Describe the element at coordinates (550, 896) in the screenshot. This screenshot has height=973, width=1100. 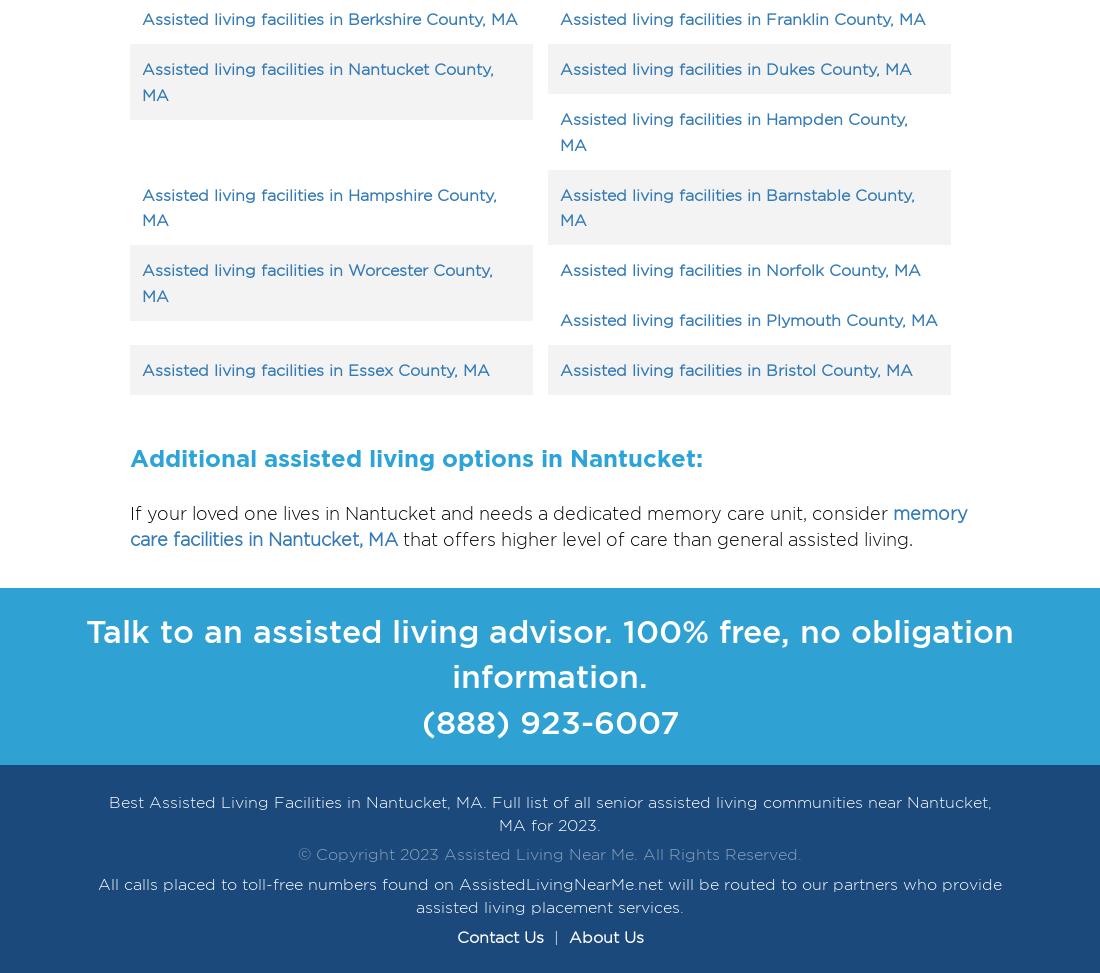
I see `'All calls placed to toll-free numbers found on AssistedLivingNearMe.net will be routed to our partners who provide assisted living placement services.'` at that location.